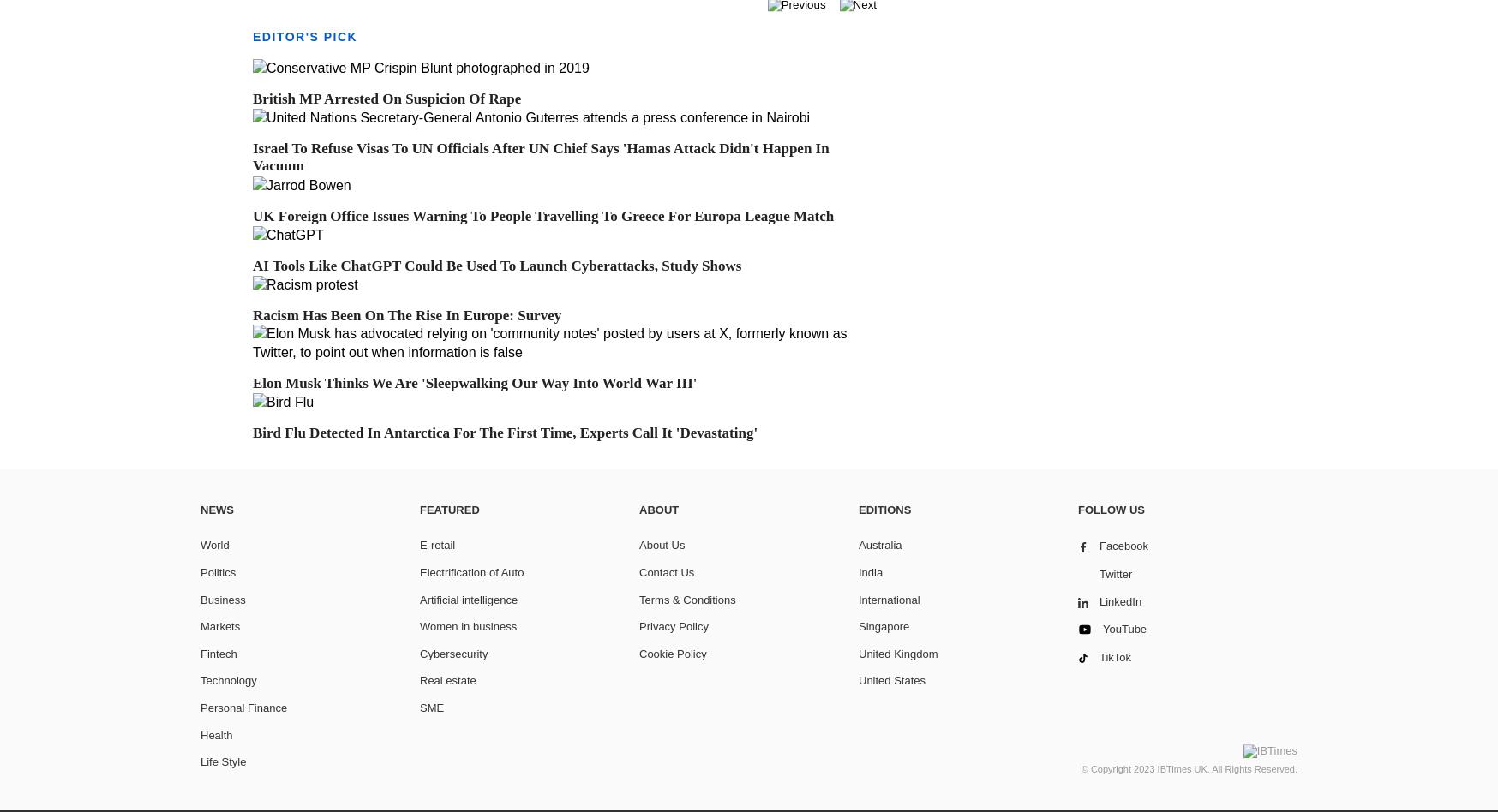  I want to click on 'Markets', so click(219, 626).